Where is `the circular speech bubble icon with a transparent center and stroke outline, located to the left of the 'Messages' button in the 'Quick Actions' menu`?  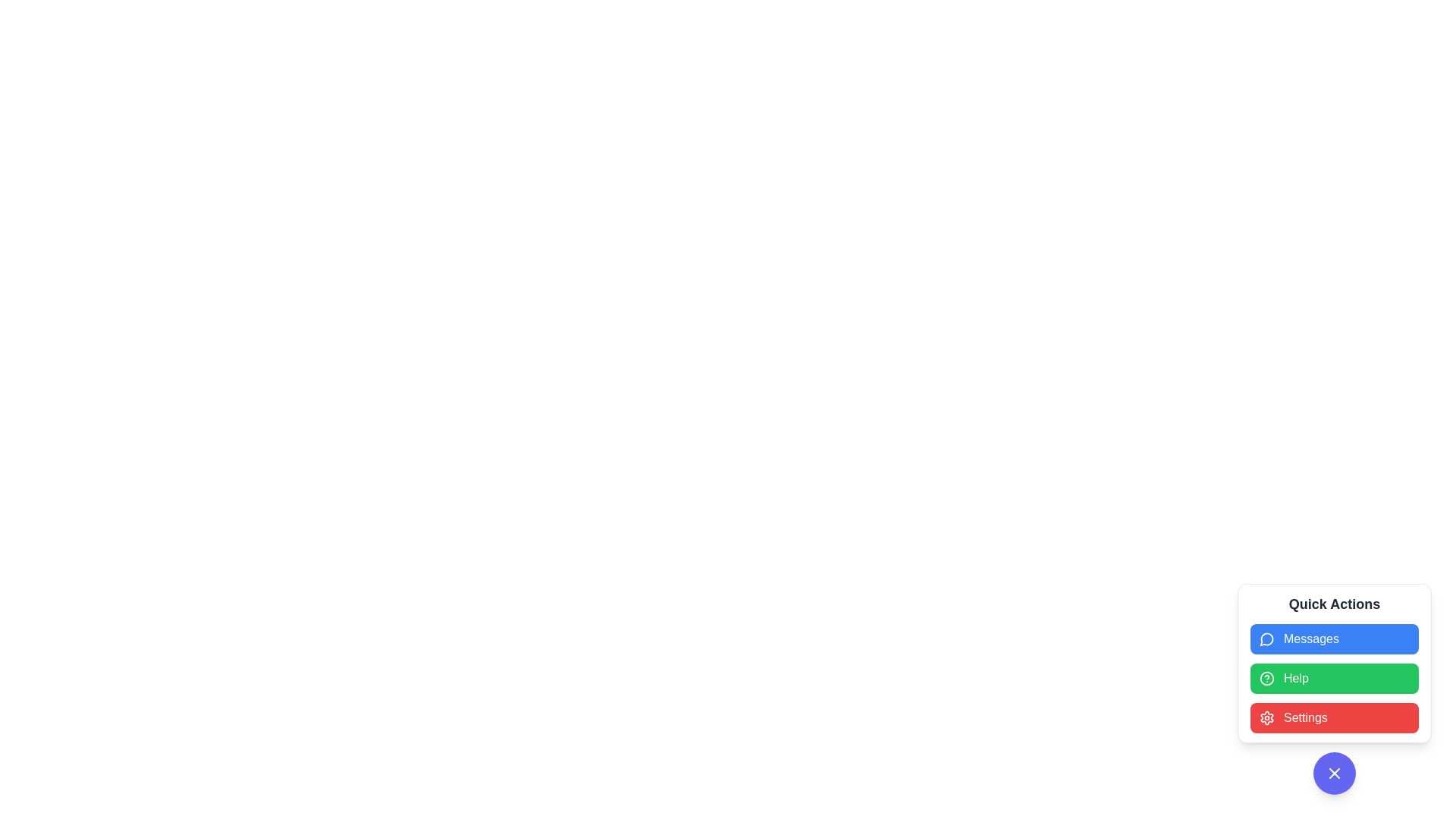
the circular speech bubble icon with a transparent center and stroke outline, located to the left of the 'Messages' button in the 'Quick Actions' menu is located at coordinates (1266, 639).